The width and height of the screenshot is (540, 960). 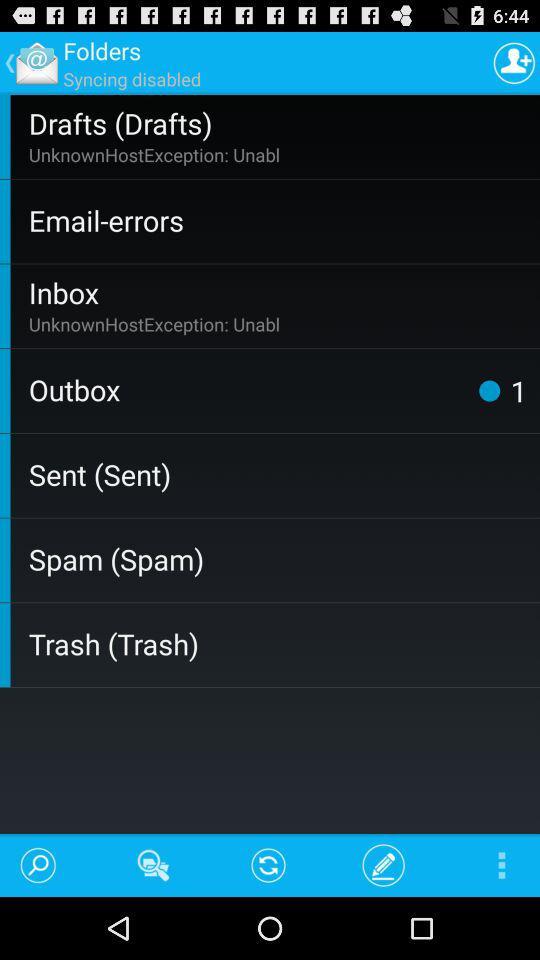 What do you see at coordinates (279, 291) in the screenshot?
I see `item below the email-errors icon` at bounding box center [279, 291].